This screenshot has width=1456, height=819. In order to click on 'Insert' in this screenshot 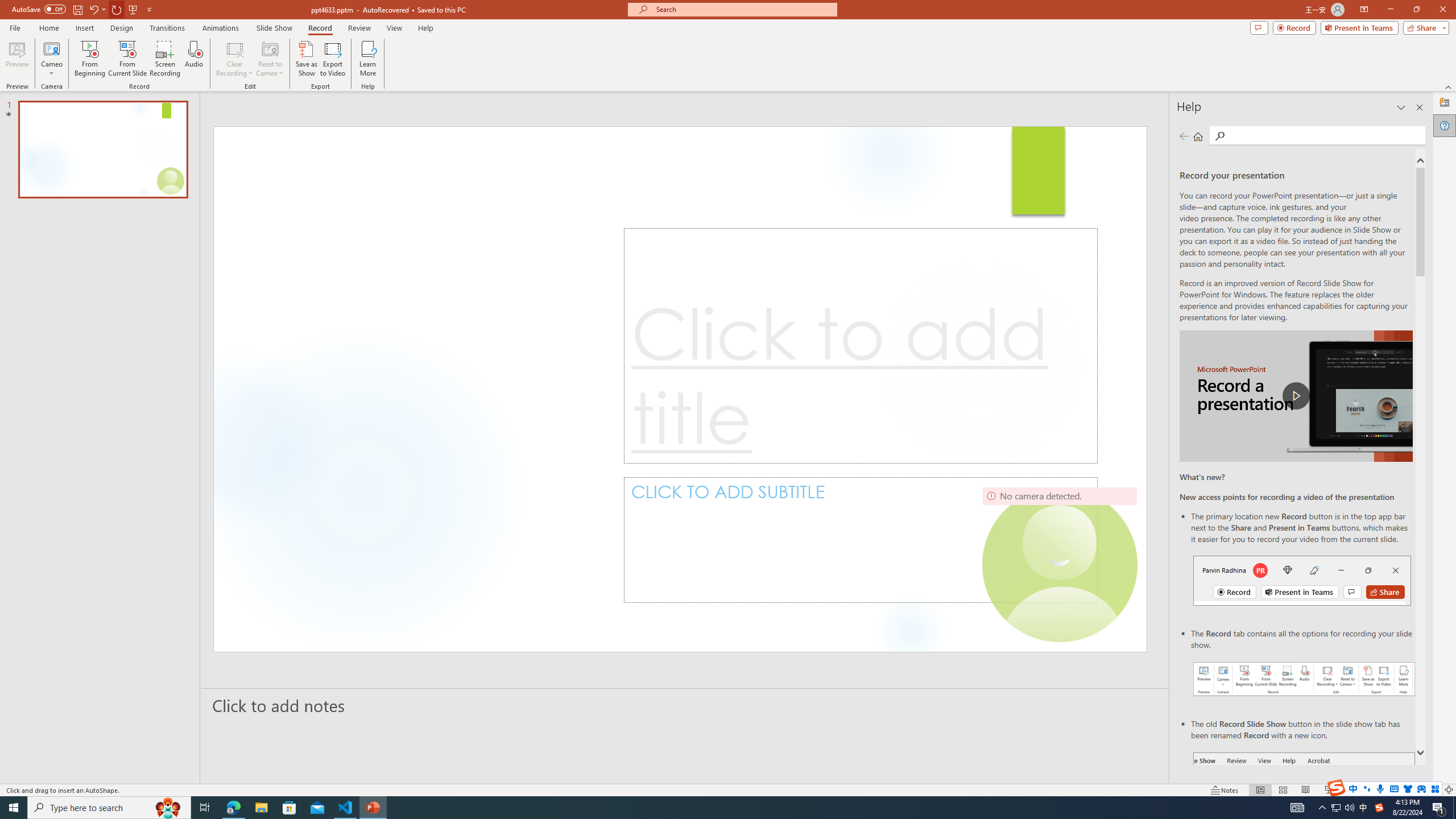, I will do `click(84, 28)`.